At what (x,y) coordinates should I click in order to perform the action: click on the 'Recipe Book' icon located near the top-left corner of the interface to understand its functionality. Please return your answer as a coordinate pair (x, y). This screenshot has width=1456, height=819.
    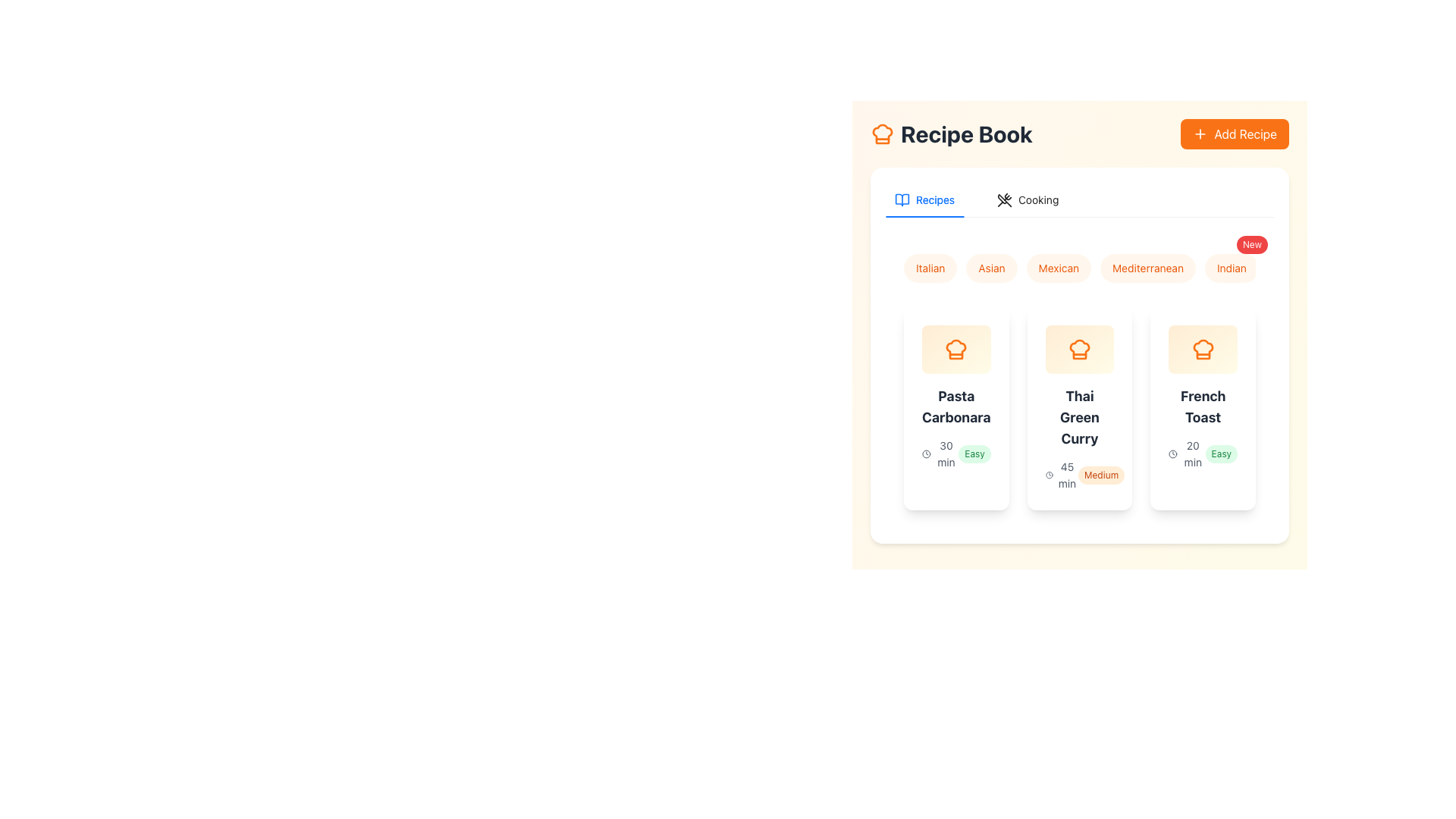
    Looking at the image, I should click on (1202, 350).